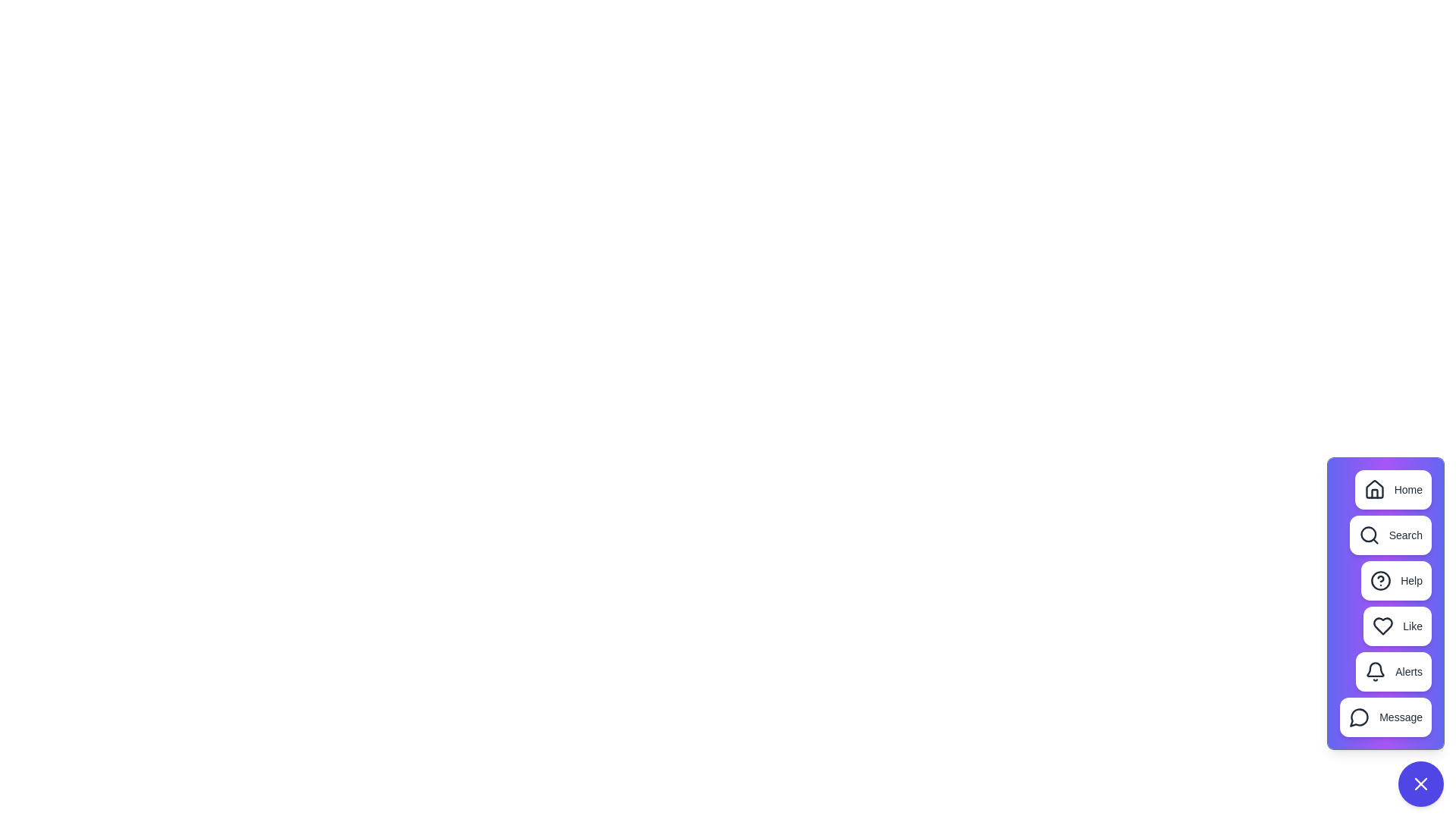 This screenshot has height=819, width=1456. What do you see at coordinates (1397, 626) in the screenshot?
I see `the 'Like' button in the speed dial menu` at bounding box center [1397, 626].